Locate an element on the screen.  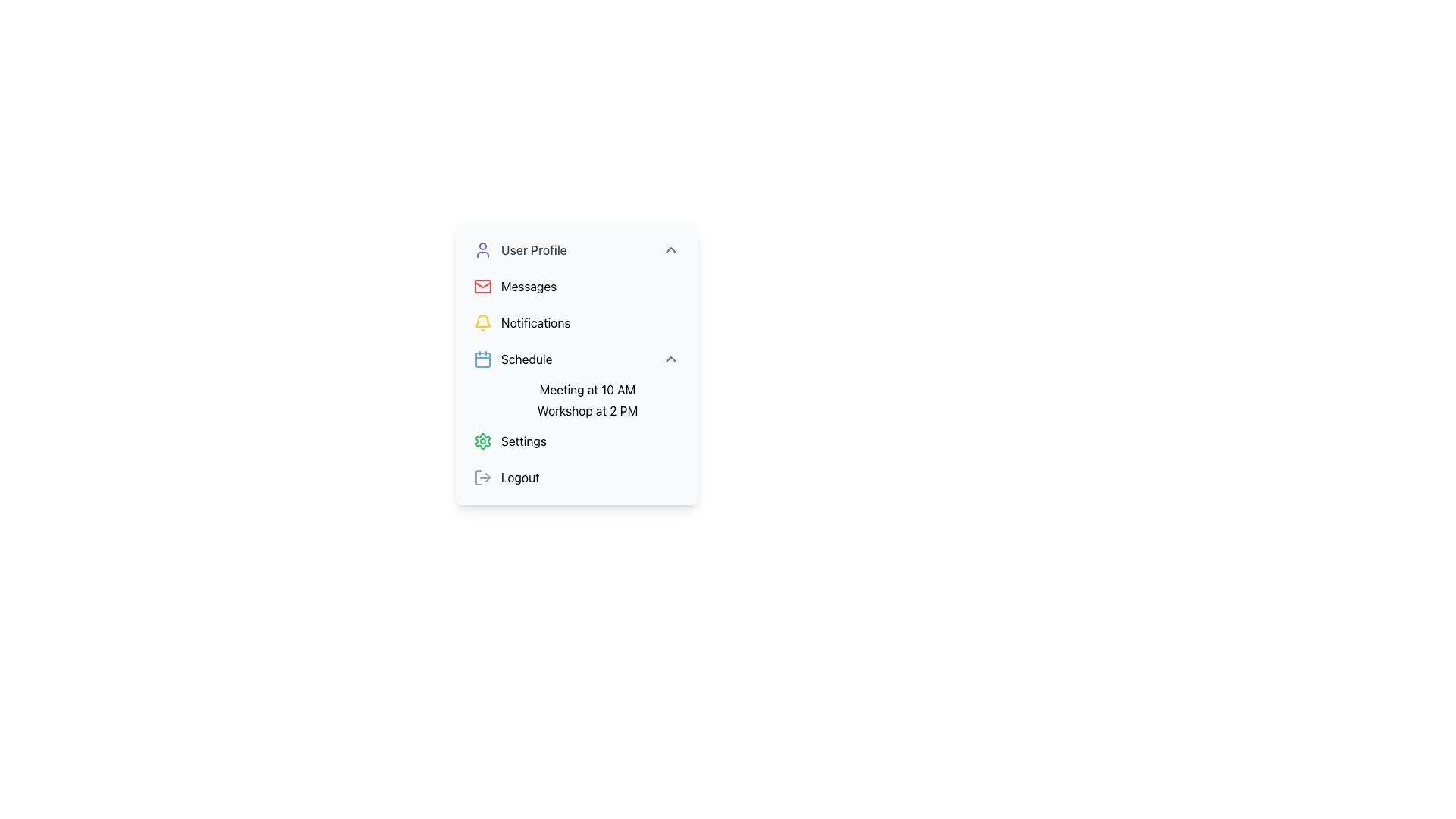
the second menu list item labeled 'Messages', located below 'User Profile' and above 'Notifications' is located at coordinates (576, 287).